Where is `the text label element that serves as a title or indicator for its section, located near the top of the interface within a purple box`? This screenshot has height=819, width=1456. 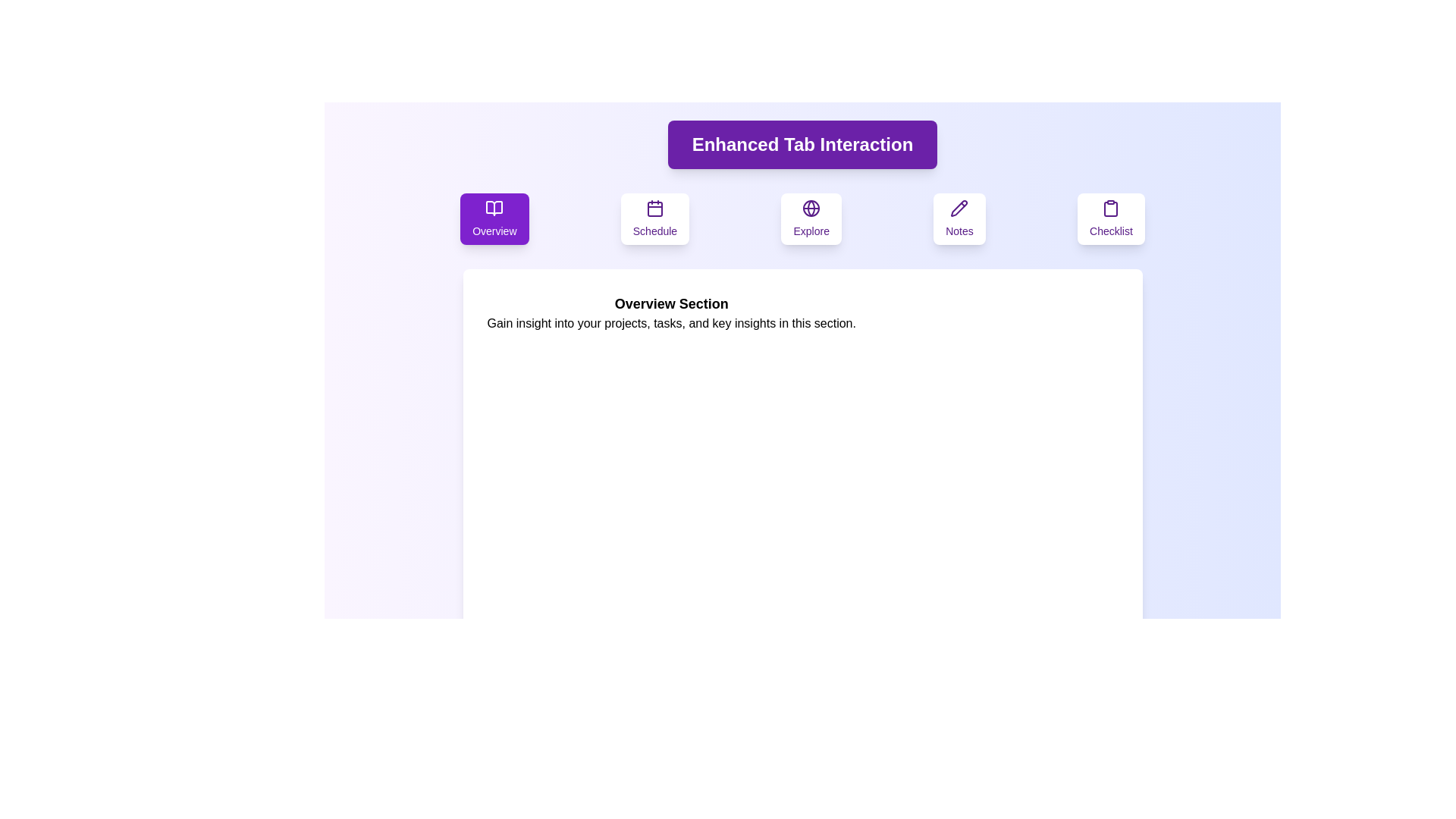 the text label element that serves as a title or indicator for its section, located near the top of the interface within a purple box is located at coordinates (802, 145).